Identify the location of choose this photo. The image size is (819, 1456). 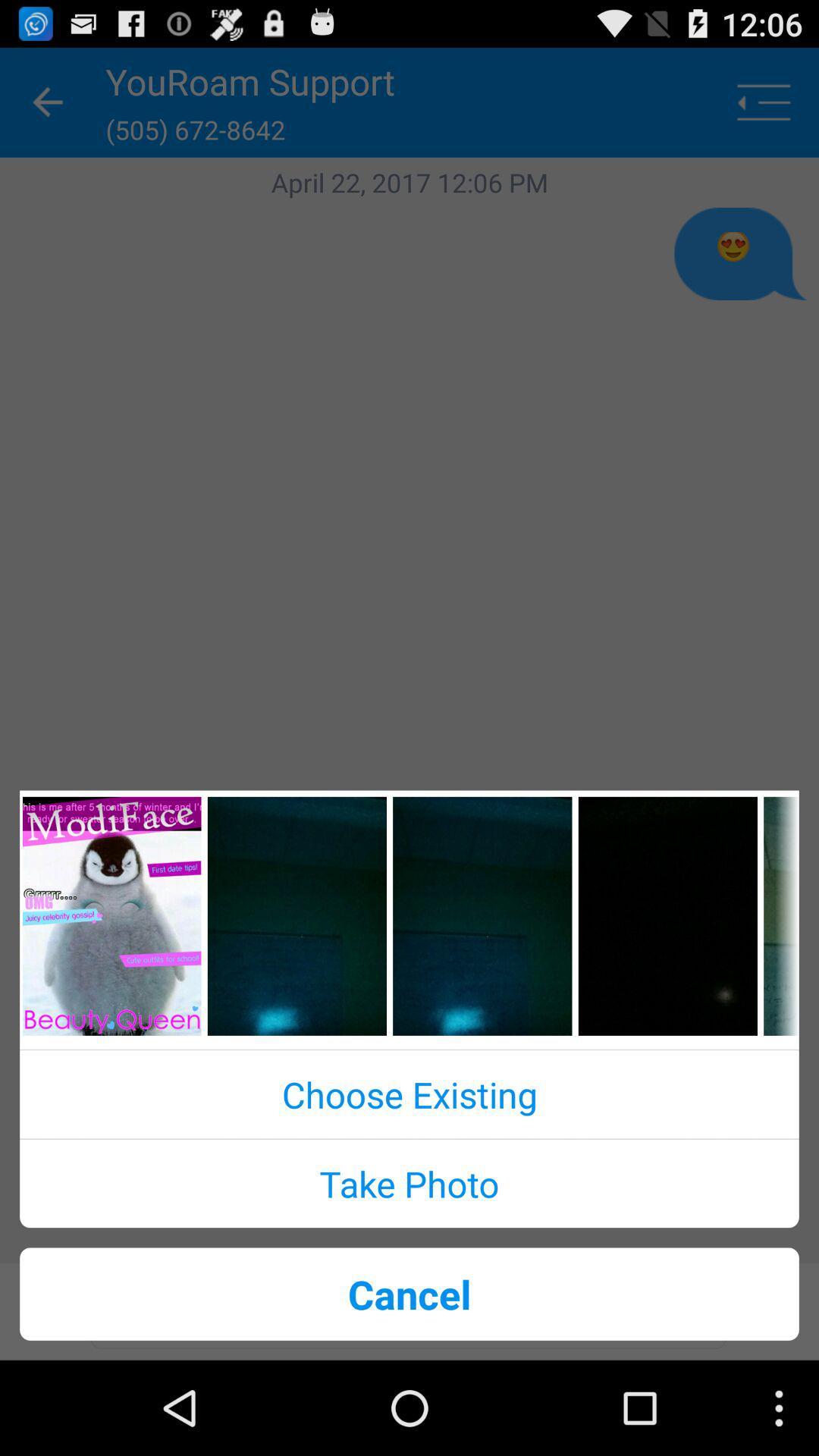
(297, 915).